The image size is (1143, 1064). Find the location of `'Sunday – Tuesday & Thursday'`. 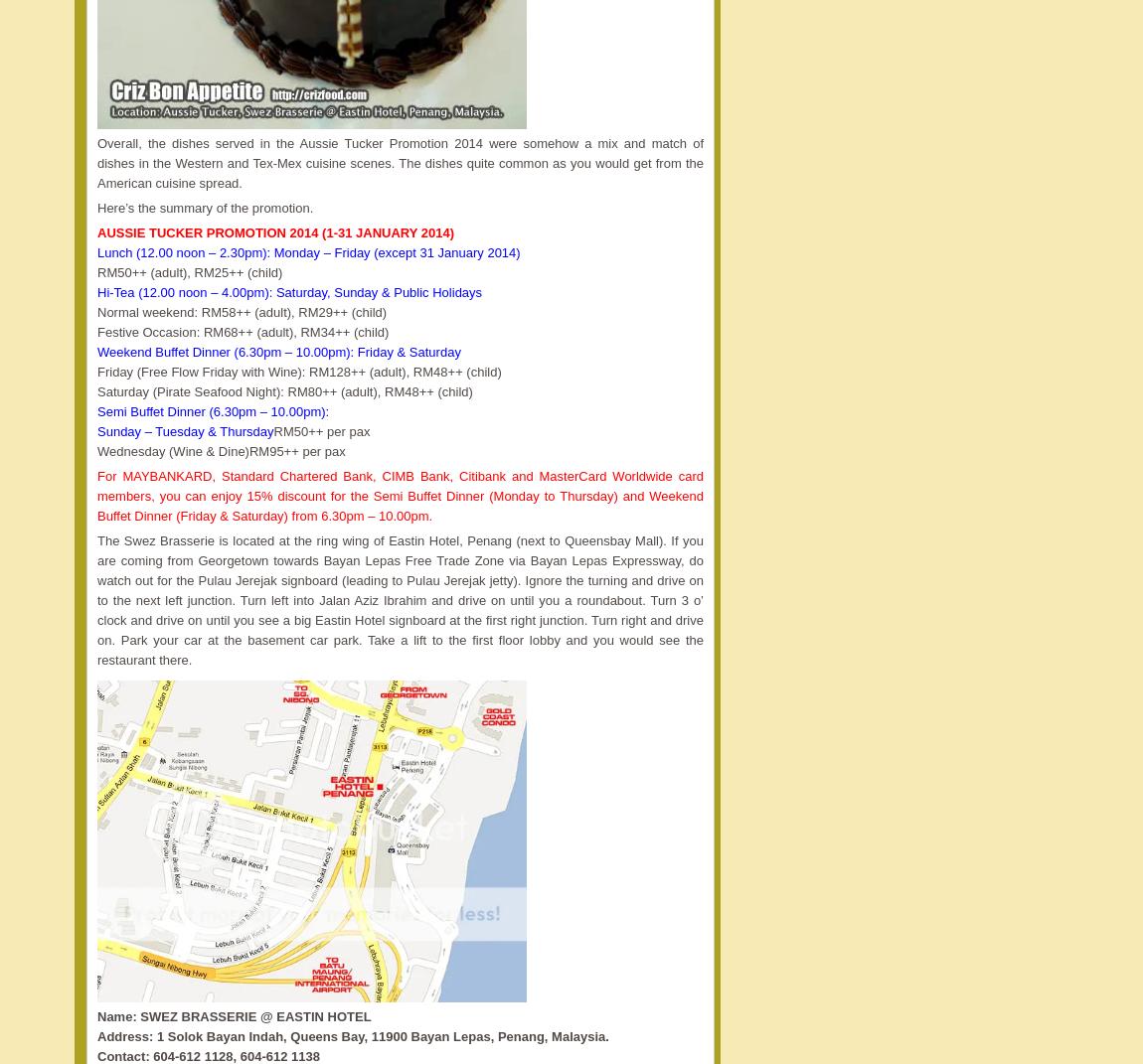

'Sunday – Tuesday & Thursday' is located at coordinates (95, 431).